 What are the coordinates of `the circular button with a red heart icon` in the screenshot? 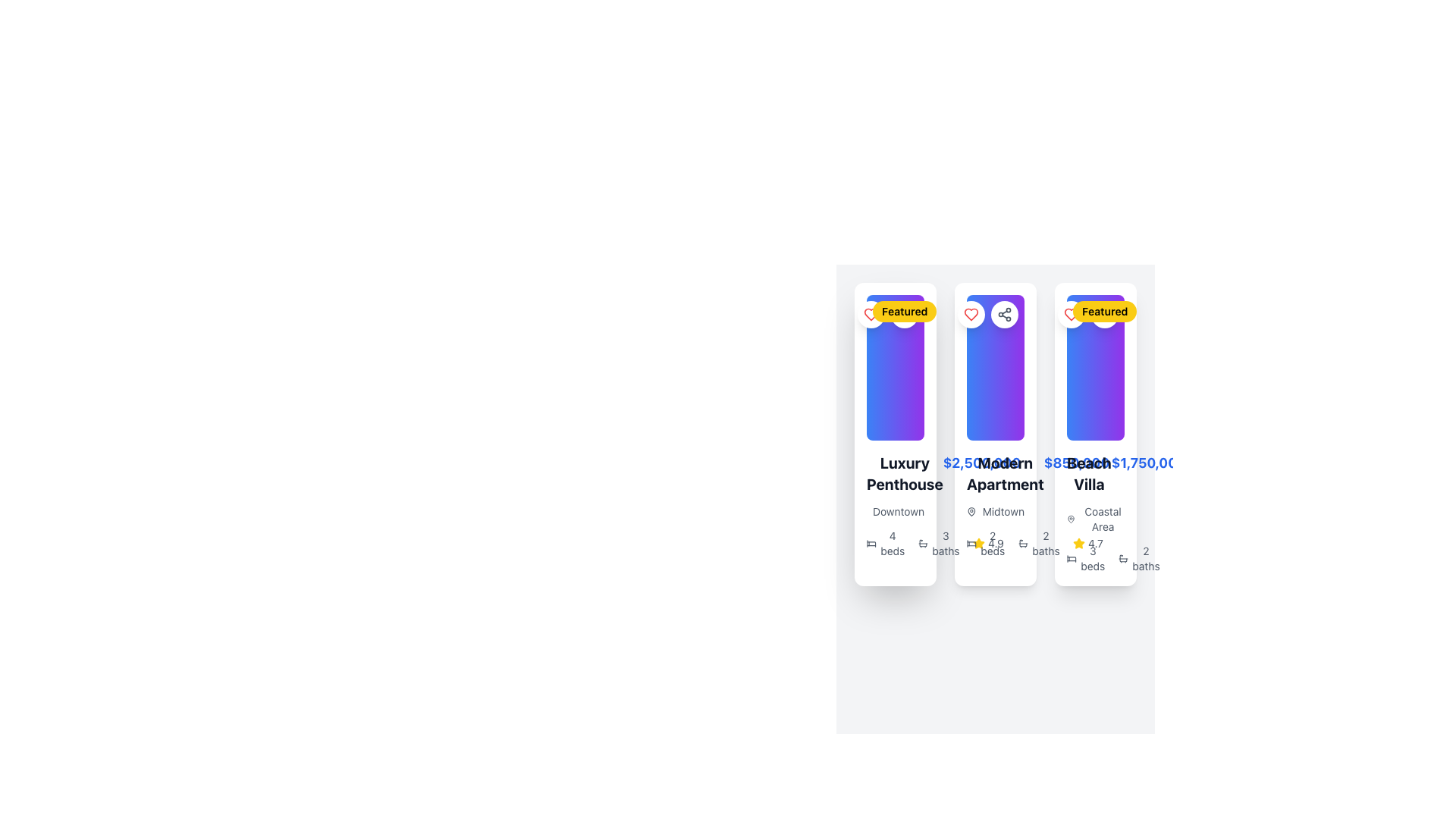 It's located at (971, 314).